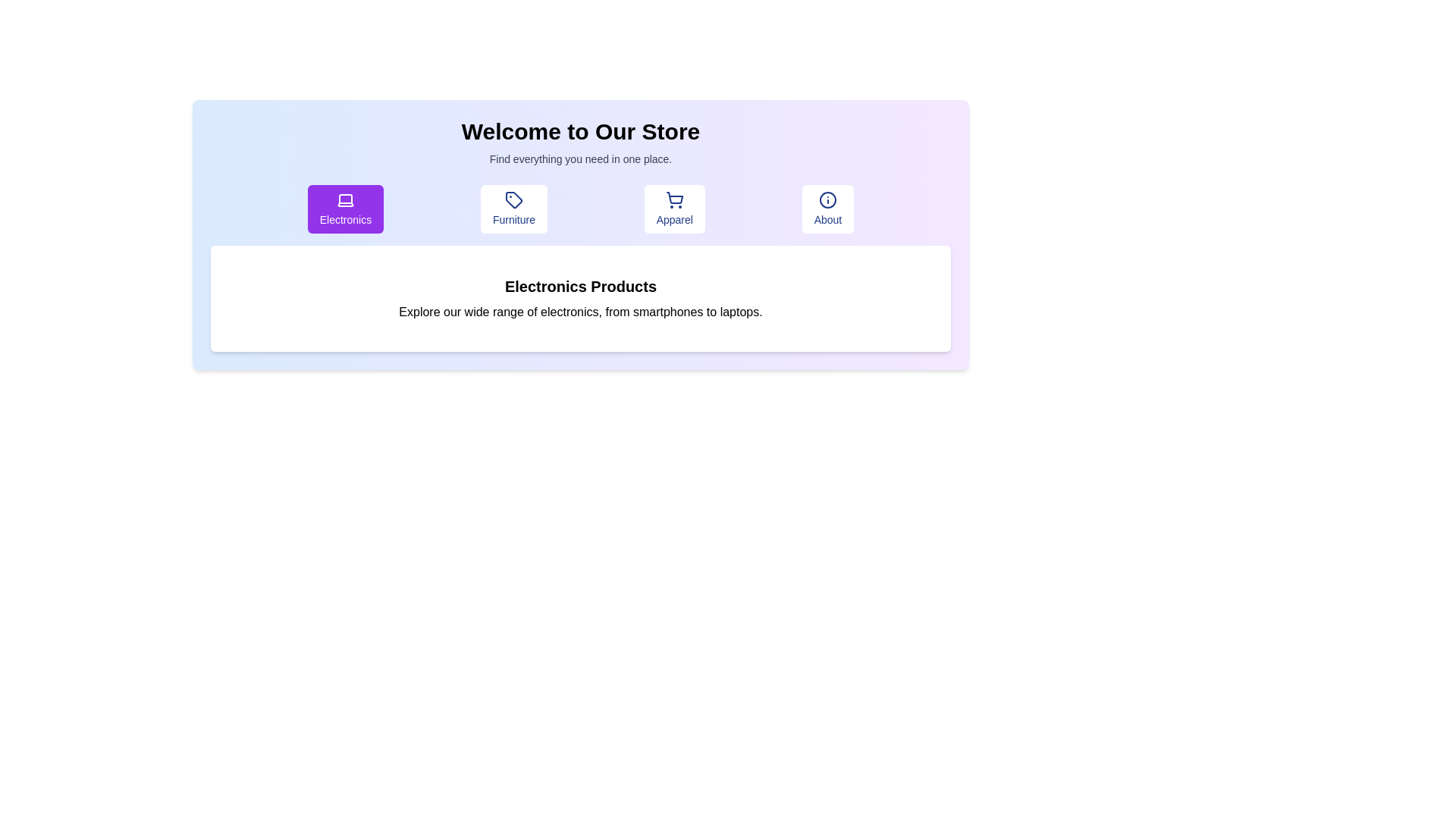  What do you see at coordinates (827, 199) in the screenshot?
I see `the circle graphic element that serves as the outer boundary of the 'About' icon located in the top-right section of the 'Welcome to Our Store' options` at bounding box center [827, 199].